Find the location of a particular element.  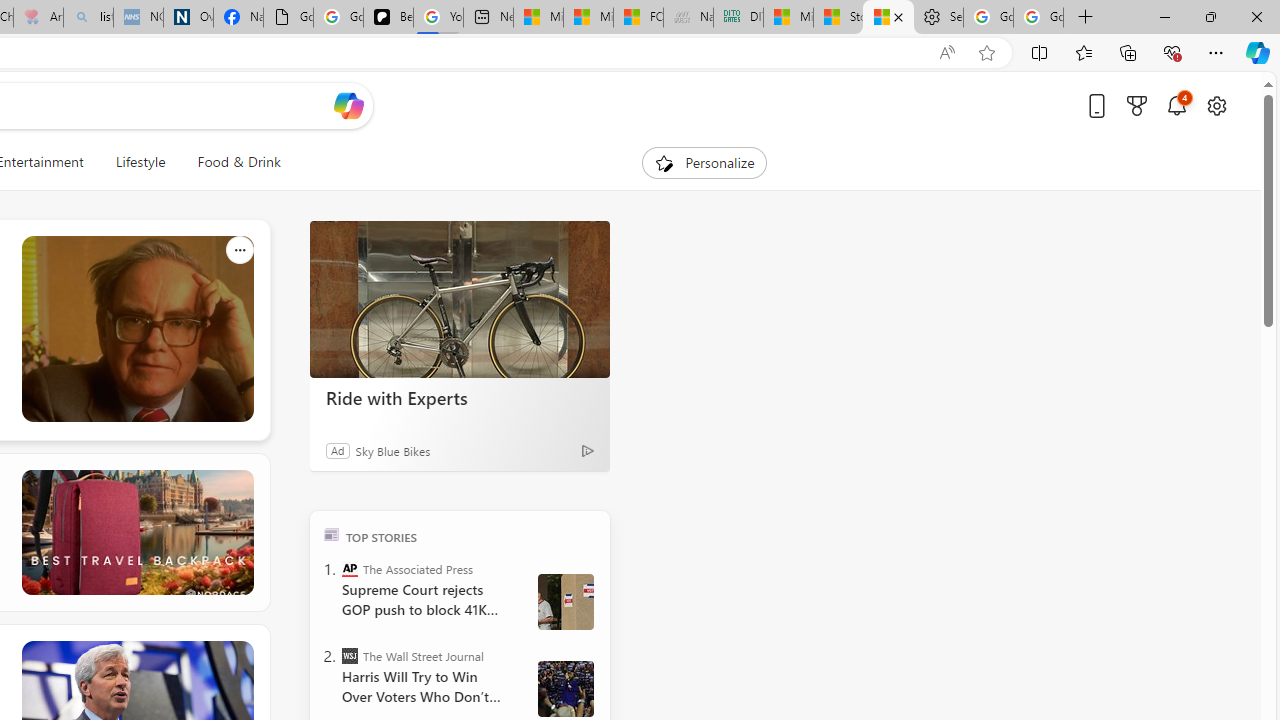

'Food & Drink' is located at coordinates (239, 162).